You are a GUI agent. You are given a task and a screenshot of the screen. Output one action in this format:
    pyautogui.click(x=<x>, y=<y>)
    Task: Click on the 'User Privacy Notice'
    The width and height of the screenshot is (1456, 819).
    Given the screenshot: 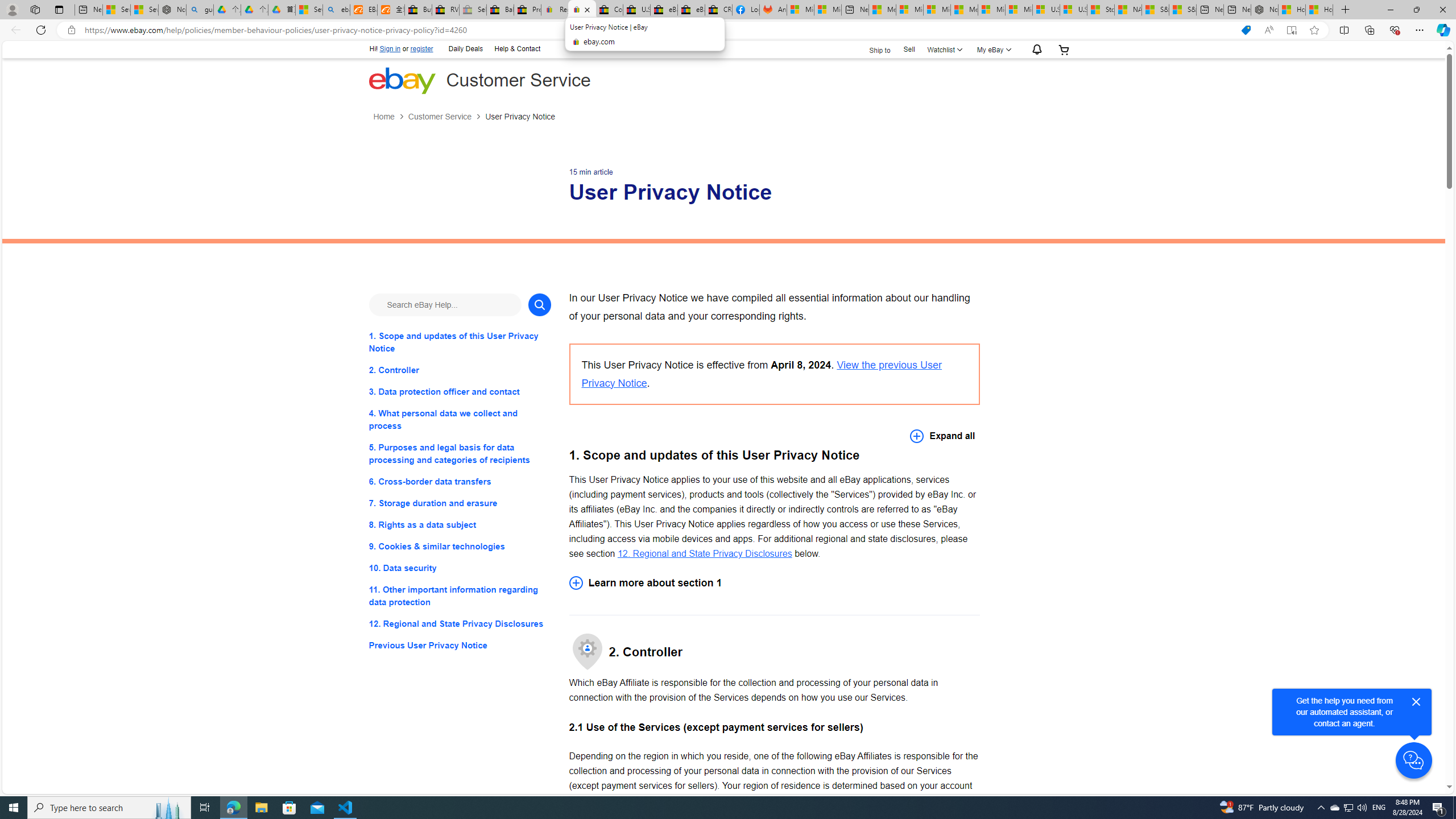 What is the action you would take?
    pyautogui.click(x=520, y=116)
    